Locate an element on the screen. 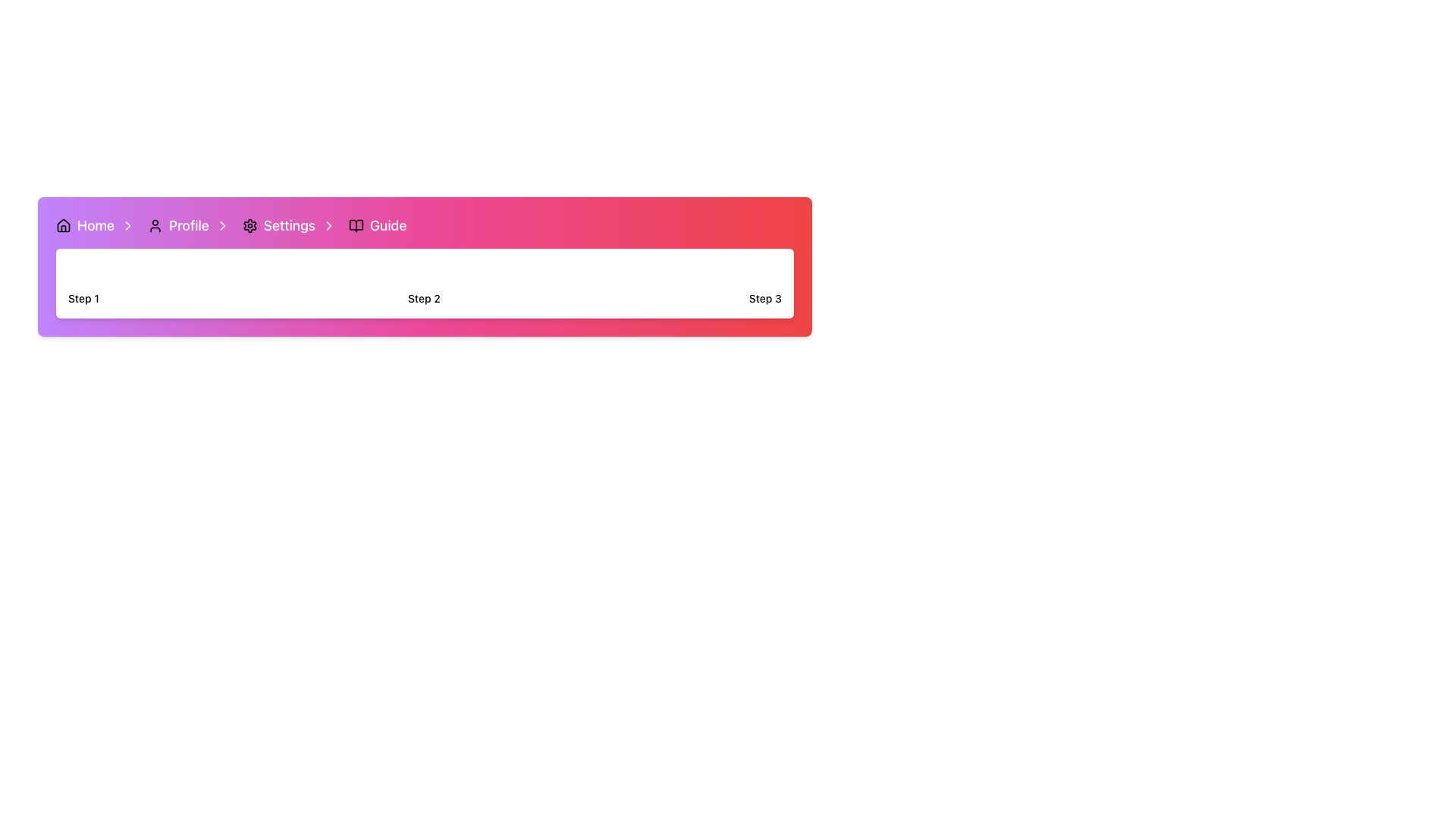  the house icon located at the top left corner of the navigation bar to go to the homepage is located at coordinates (62, 225).